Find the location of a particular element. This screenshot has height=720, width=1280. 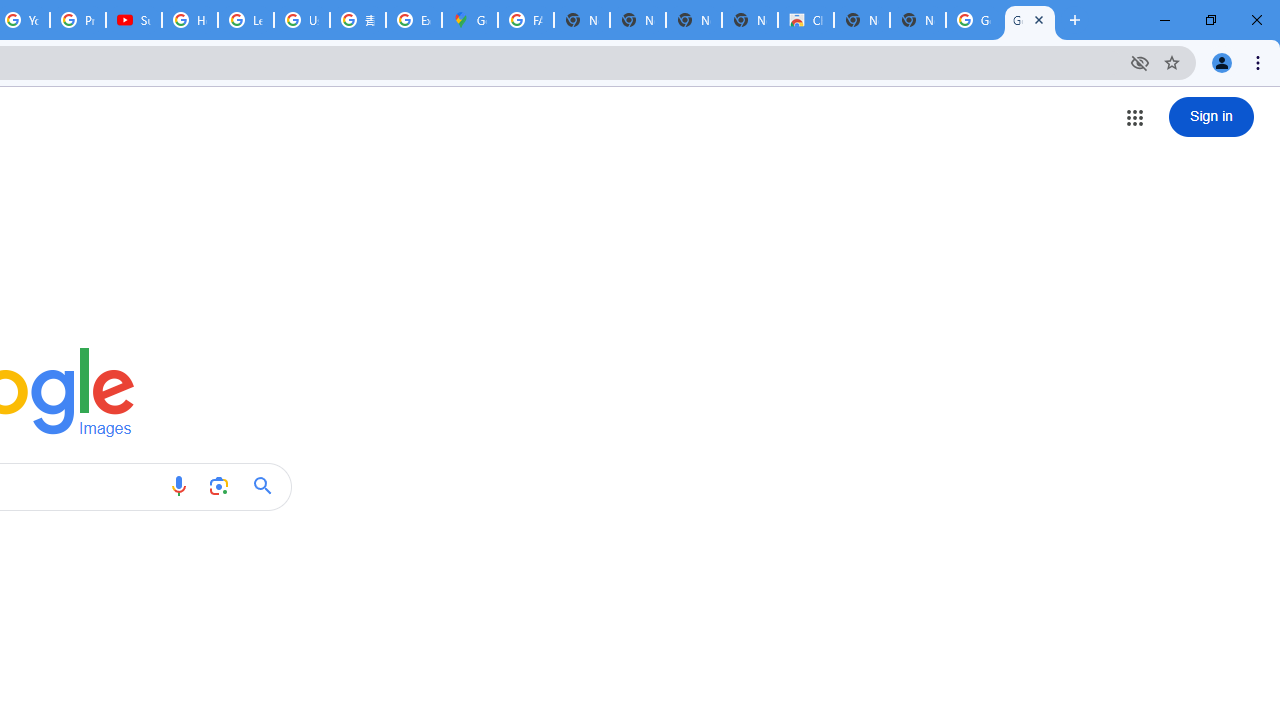

'Google Maps' is located at coordinates (468, 20).